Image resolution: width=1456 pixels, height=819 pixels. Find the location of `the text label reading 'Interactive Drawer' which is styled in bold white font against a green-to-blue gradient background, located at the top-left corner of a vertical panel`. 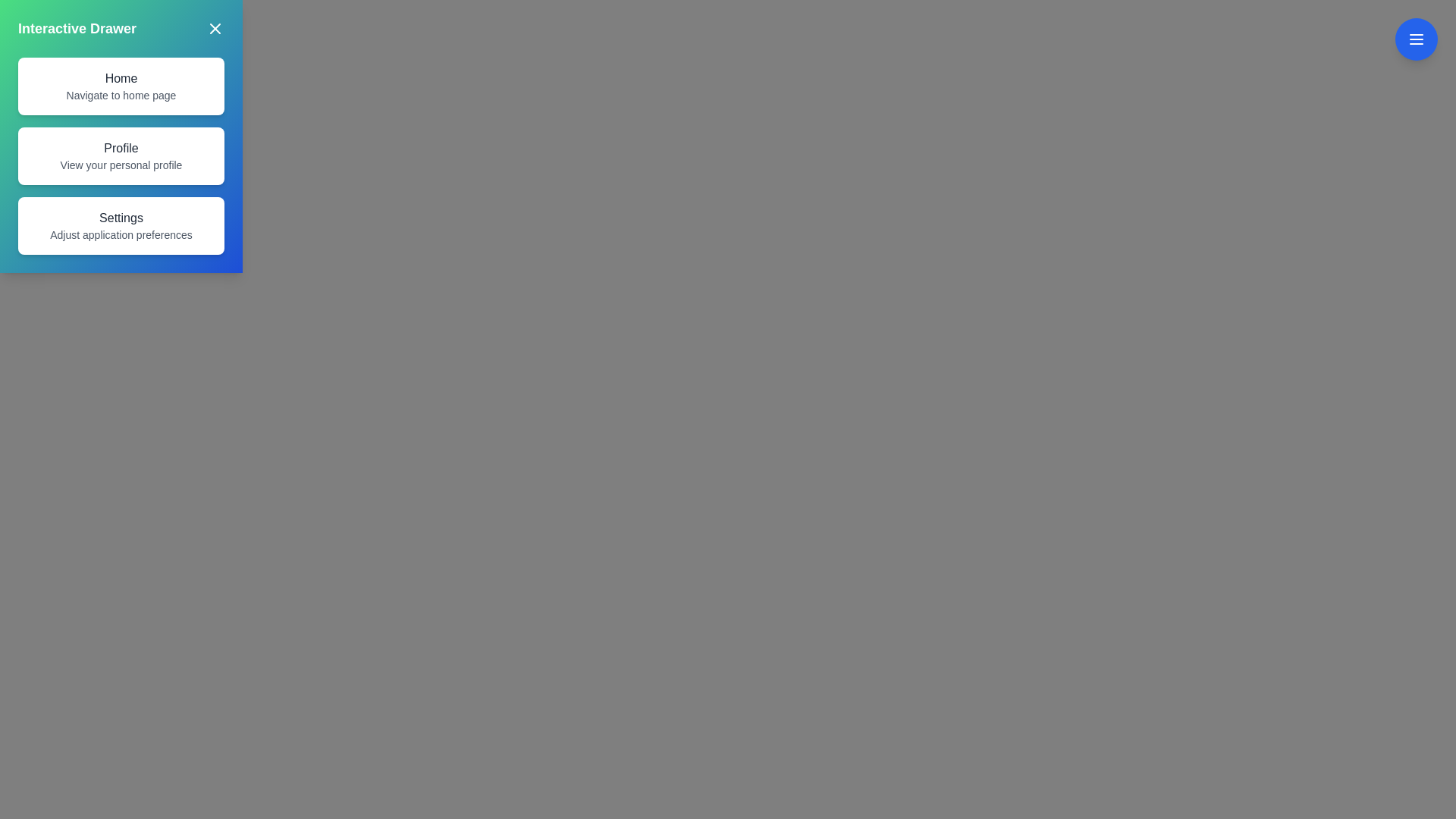

the text label reading 'Interactive Drawer' which is styled in bold white font against a green-to-blue gradient background, located at the top-left corner of a vertical panel is located at coordinates (76, 29).